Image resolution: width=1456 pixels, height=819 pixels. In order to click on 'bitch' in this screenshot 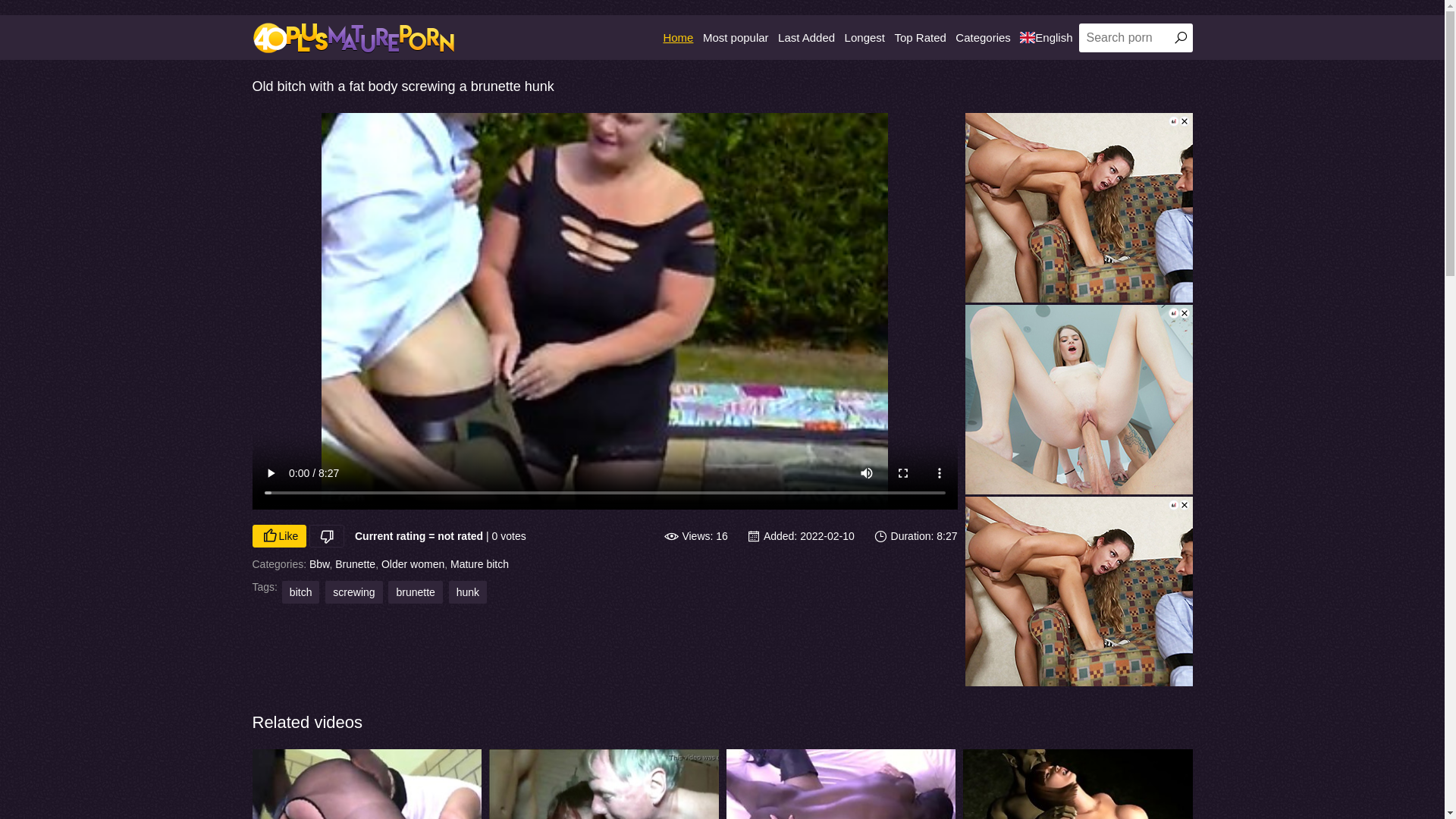, I will do `click(282, 591)`.